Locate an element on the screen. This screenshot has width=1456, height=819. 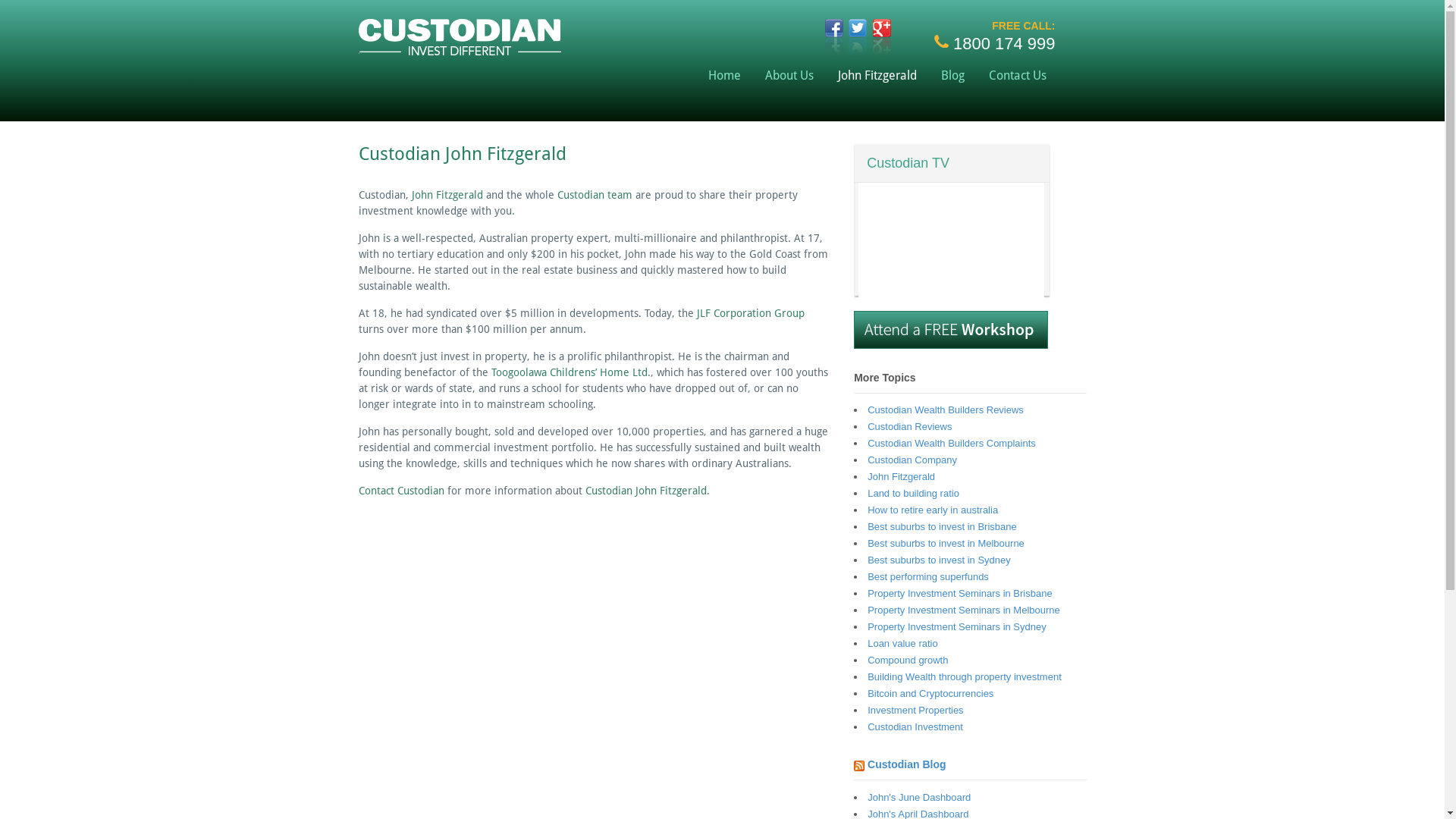
'Home' is located at coordinates (723, 75).